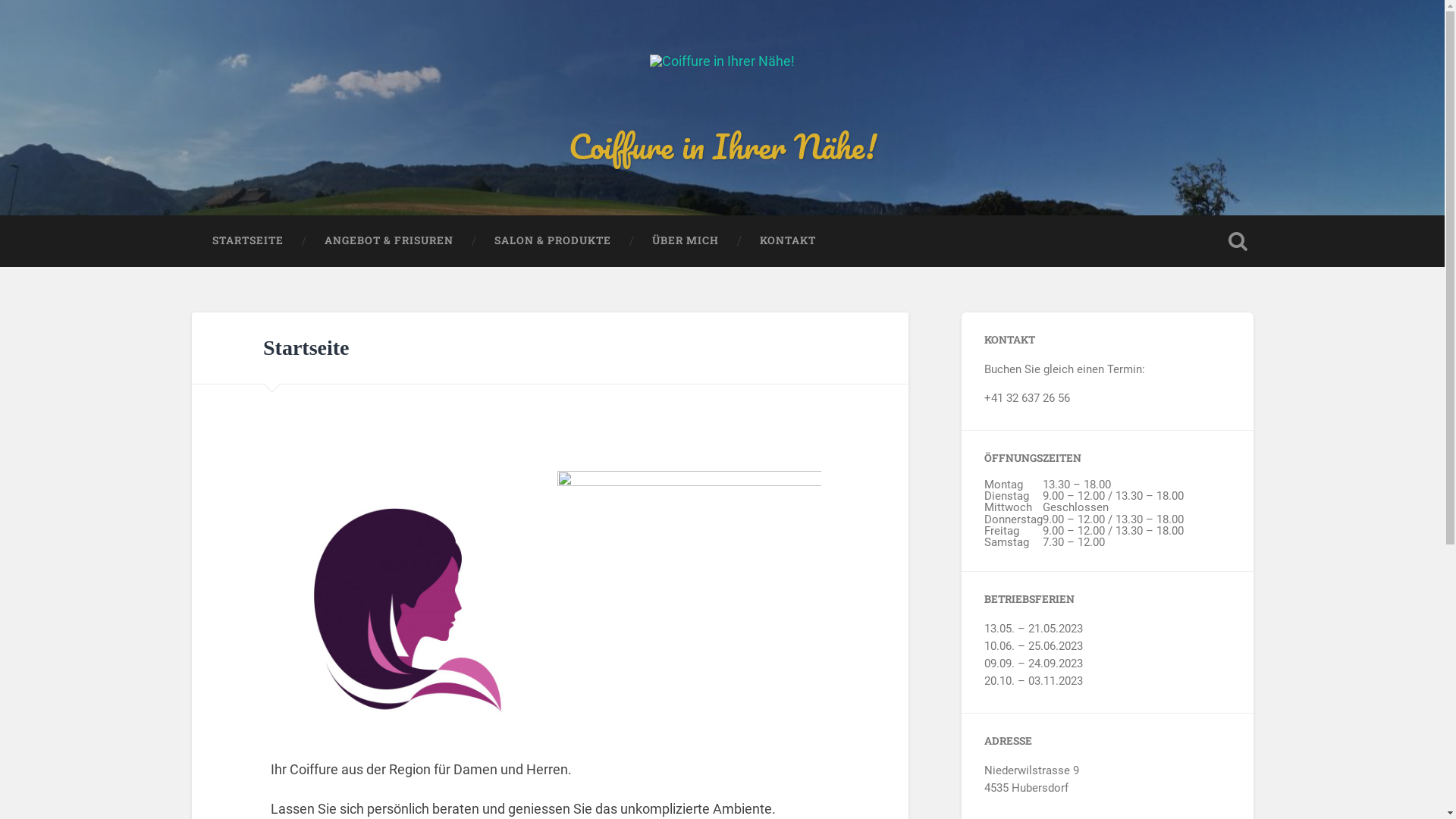 The height and width of the screenshot is (819, 1456). I want to click on 'ANGEBOT & FRISUREN', so click(388, 240).